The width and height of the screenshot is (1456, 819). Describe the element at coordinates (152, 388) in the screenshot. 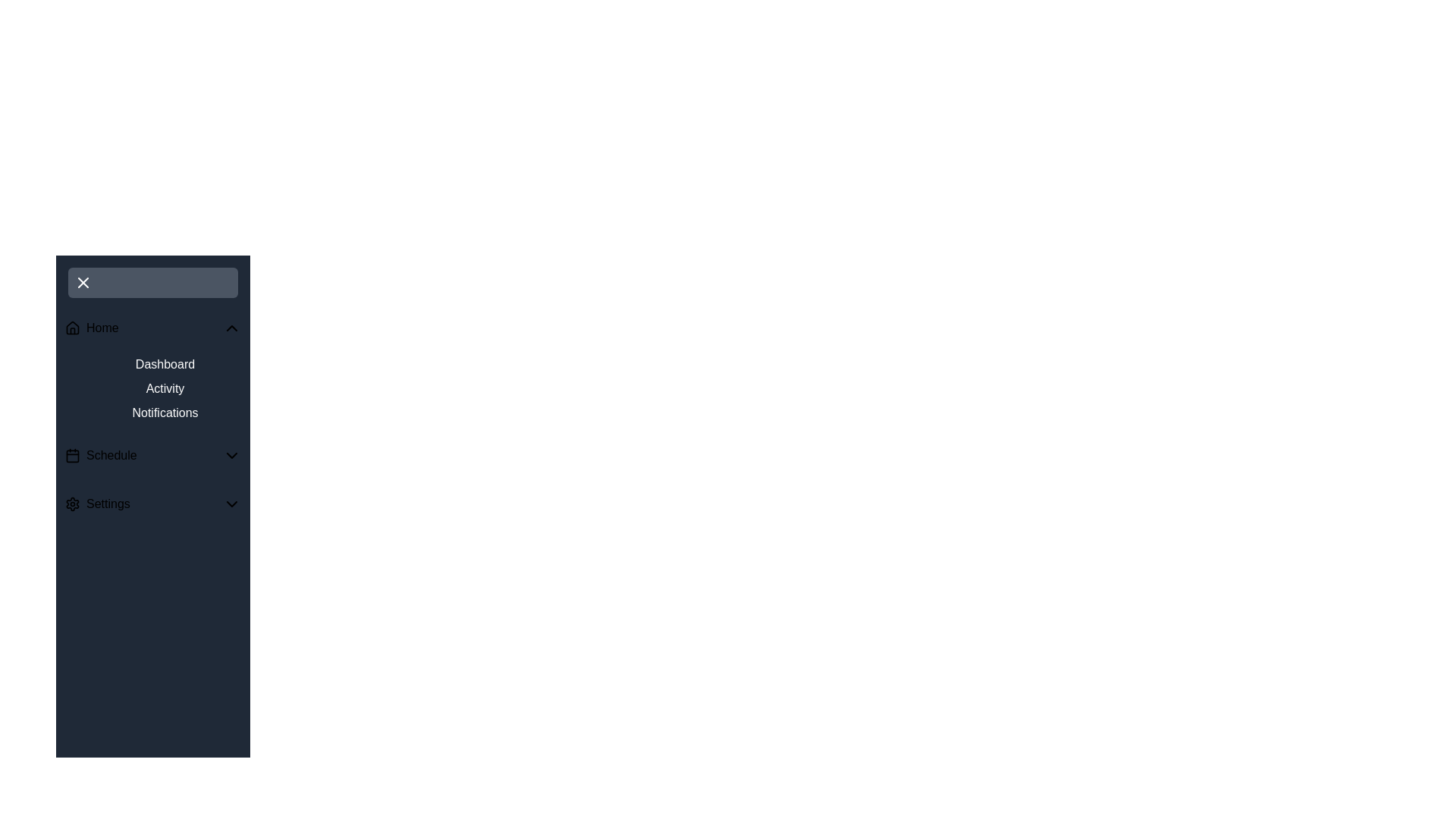

I see `the 'Activity' text menu item in the vertical sidebar to change its visual state` at that location.